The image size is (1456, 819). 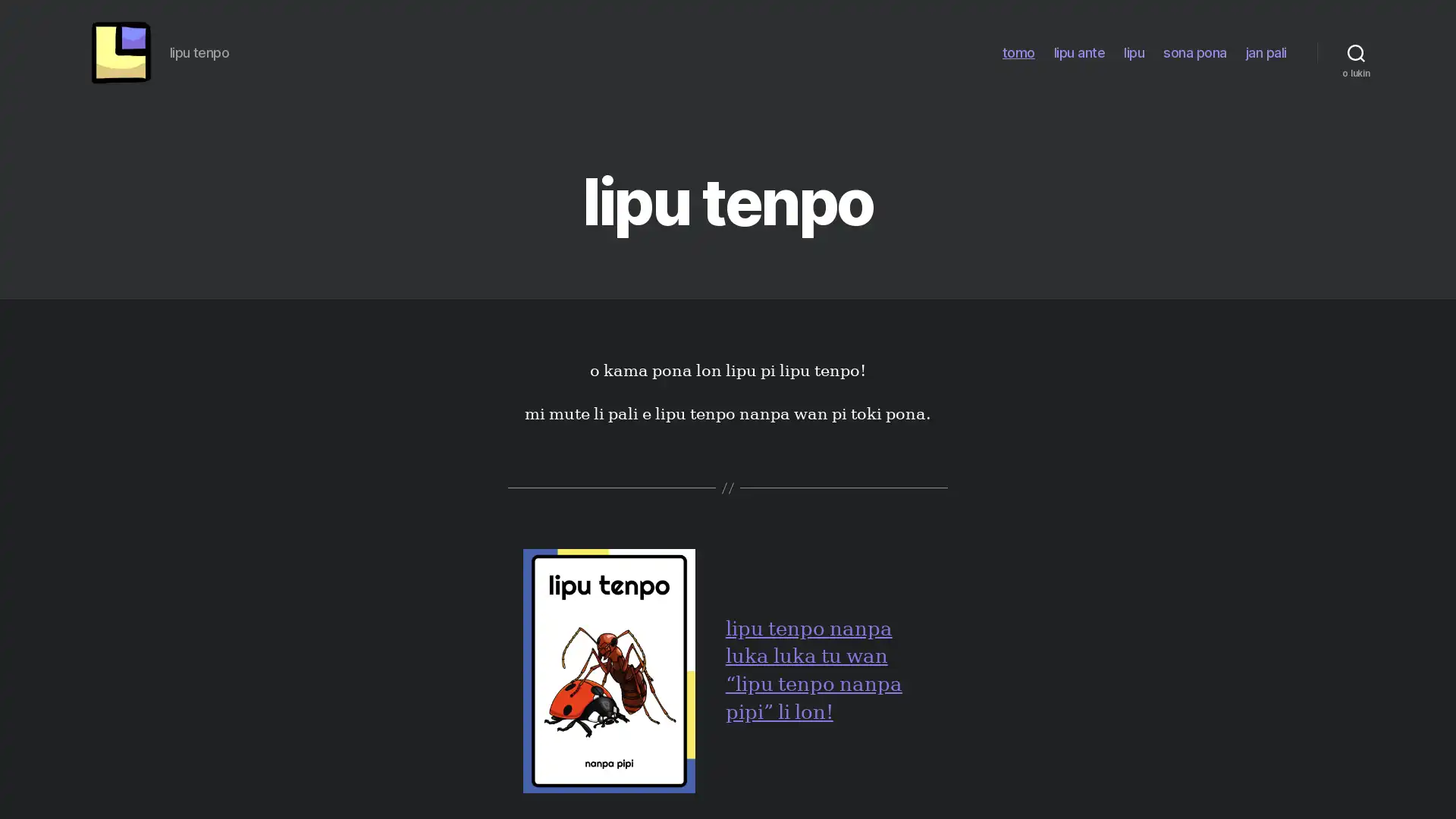 What do you see at coordinates (1356, 55) in the screenshot?
I see `o lukin` at bounding box center [1356, 55].